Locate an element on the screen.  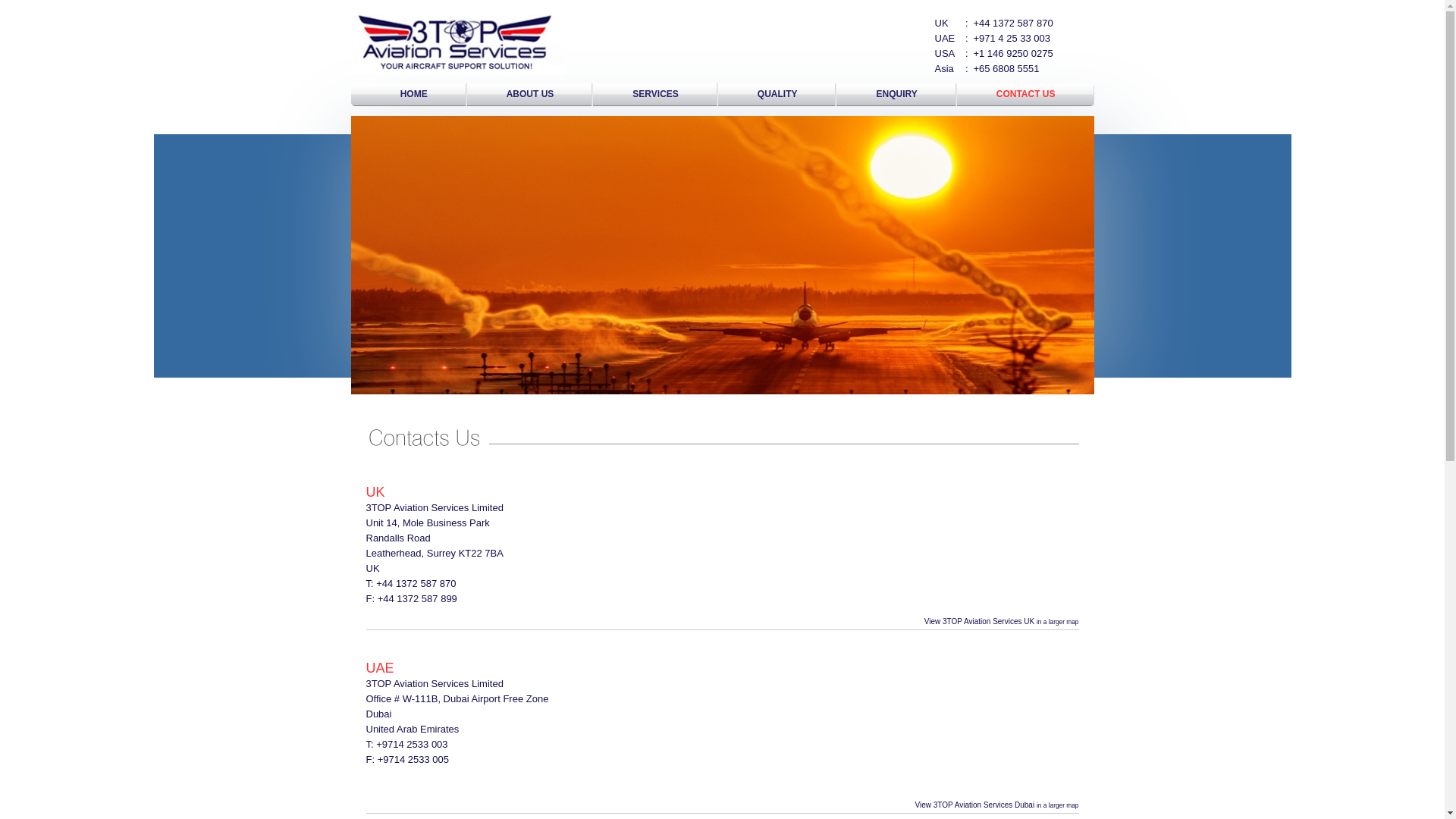
'View 3TOP Aviation Services UK in a larger map' is located at coordinates (1001, 620).